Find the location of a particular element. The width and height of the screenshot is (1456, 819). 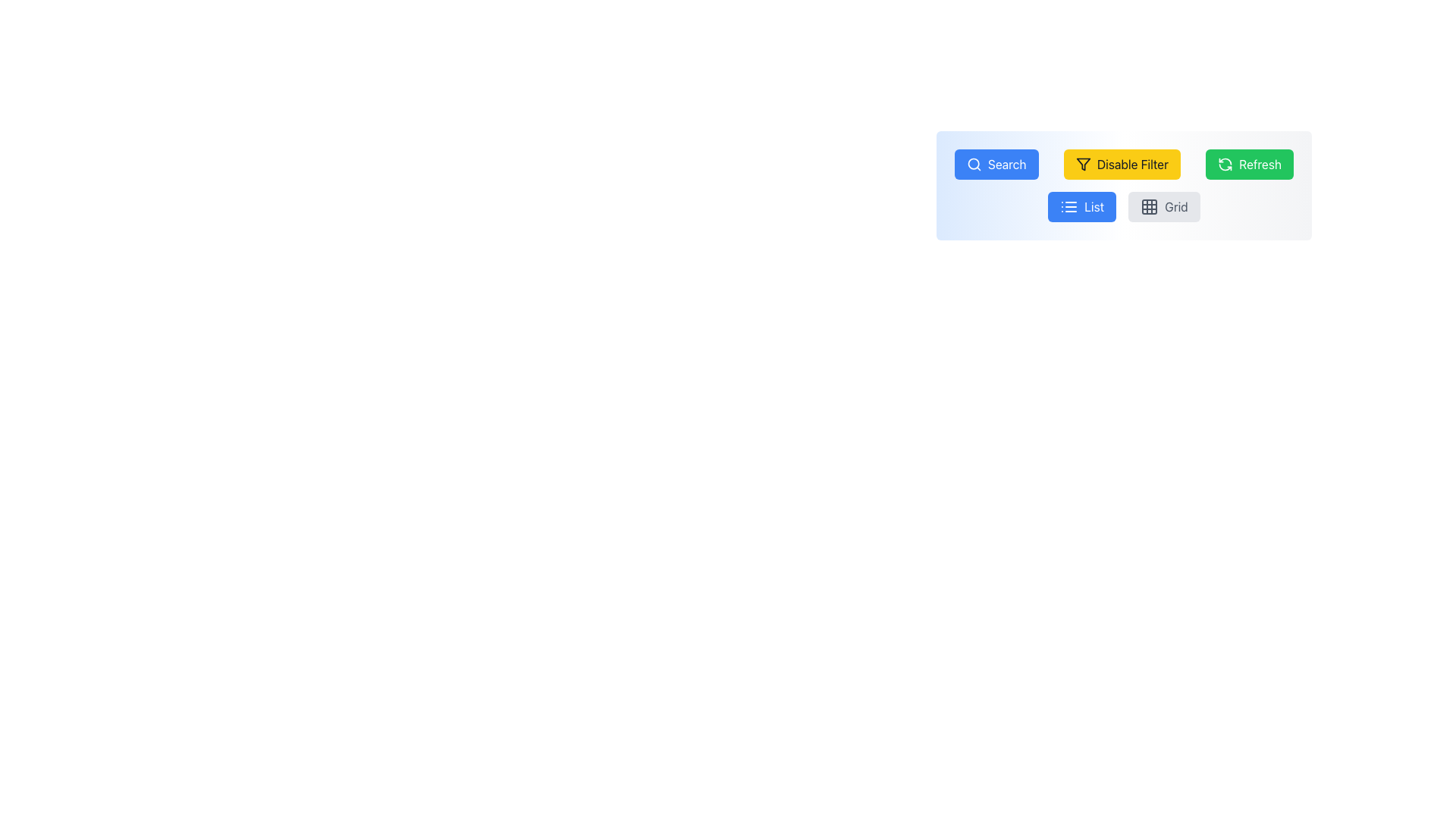

on the Control Panel Group is located at coordinates (1124, 185).